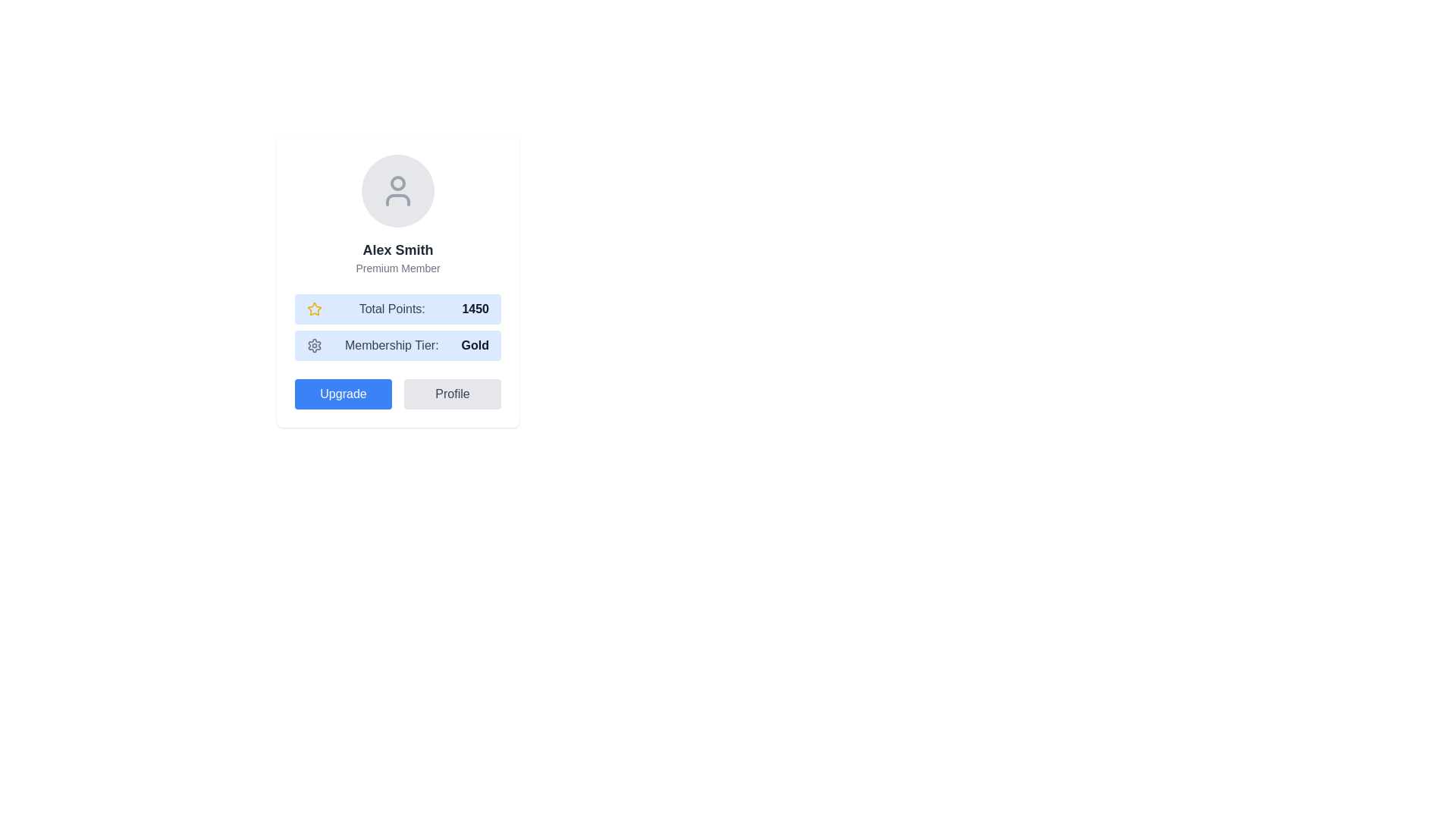 Image resolution: width=1456 pixels, height=819 pixels. I want to click on the star icon located to the left of the 'Total Points' numeric value '1450' within the card section of the interface, so click(313, 308).